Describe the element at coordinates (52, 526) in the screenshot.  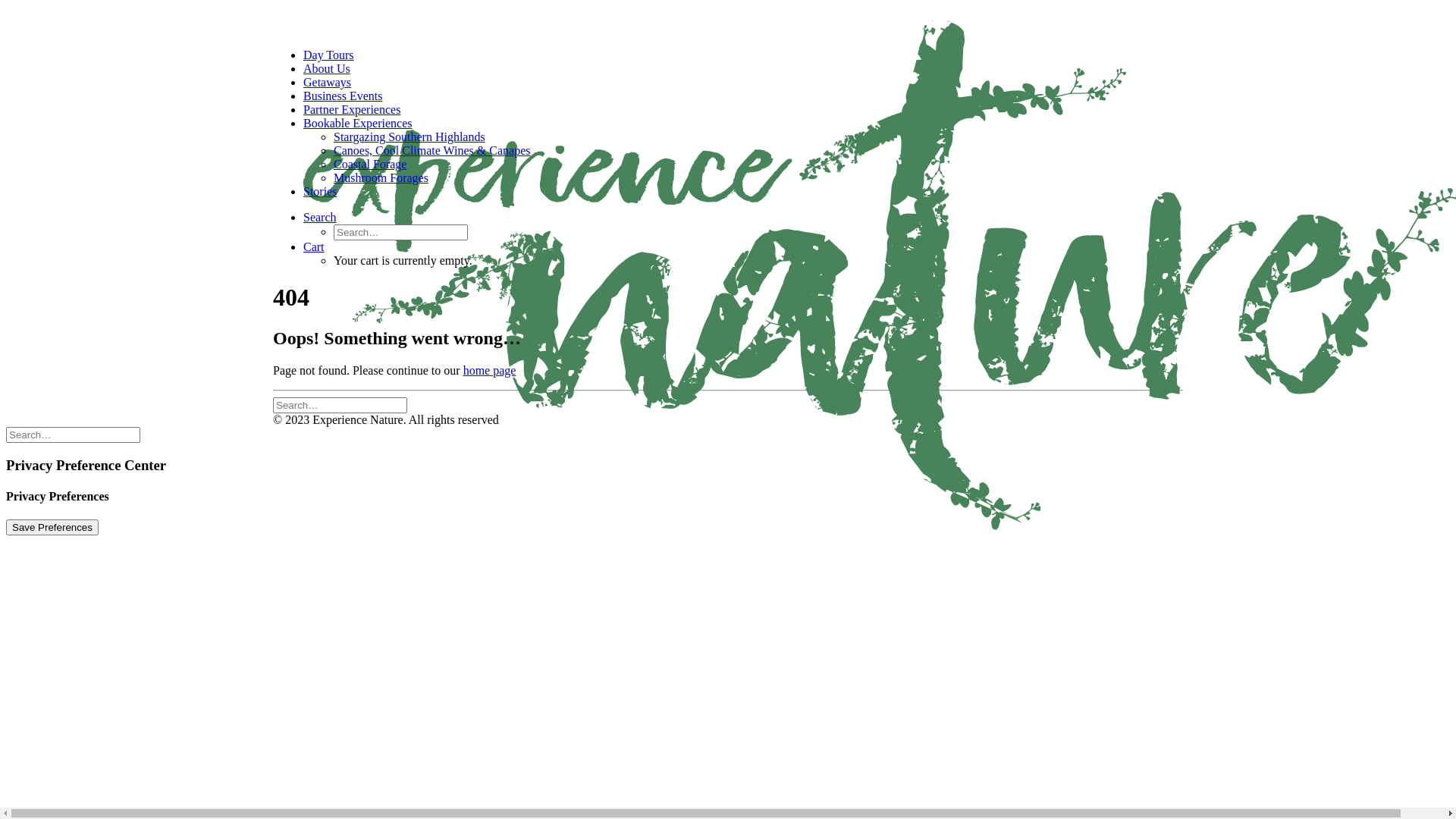
I see `'Save Preferences'` at that location.